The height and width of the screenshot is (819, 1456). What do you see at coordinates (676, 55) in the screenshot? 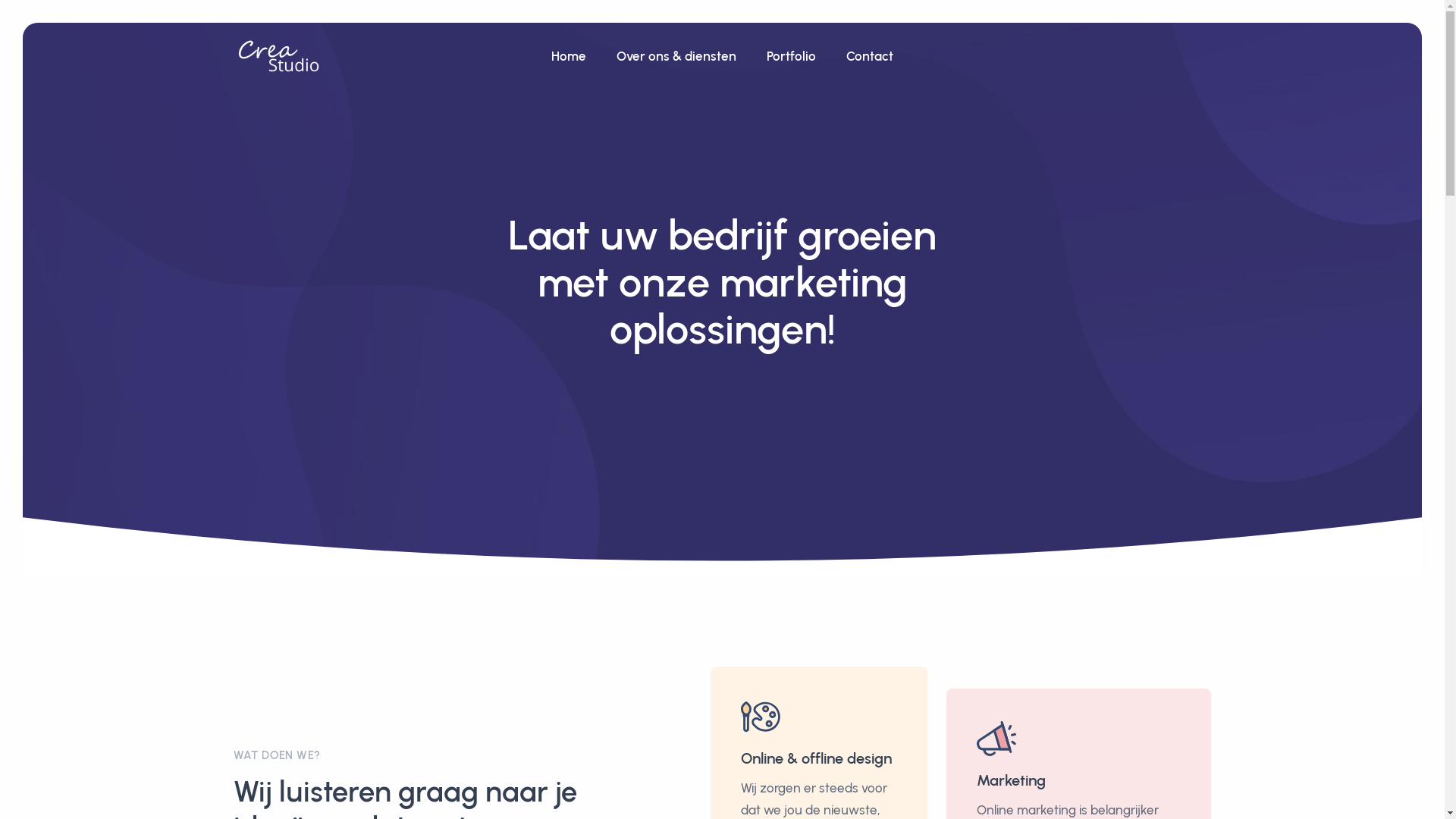
I see `'Over ons & diensten'` at bounding box center [676, 55].